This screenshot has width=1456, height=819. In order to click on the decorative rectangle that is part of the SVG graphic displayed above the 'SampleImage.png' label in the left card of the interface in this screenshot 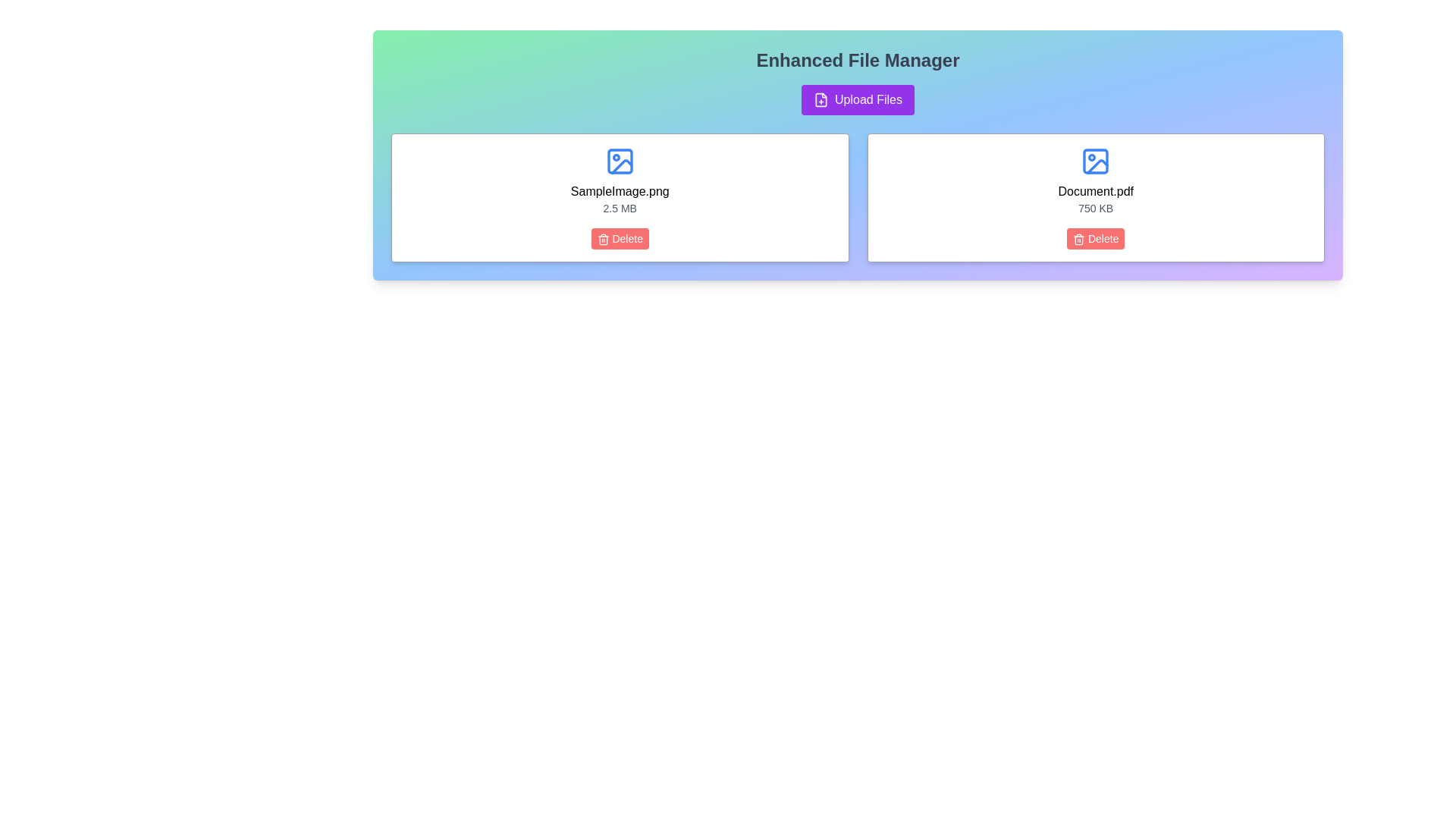, I will do `click(620, 161)`.